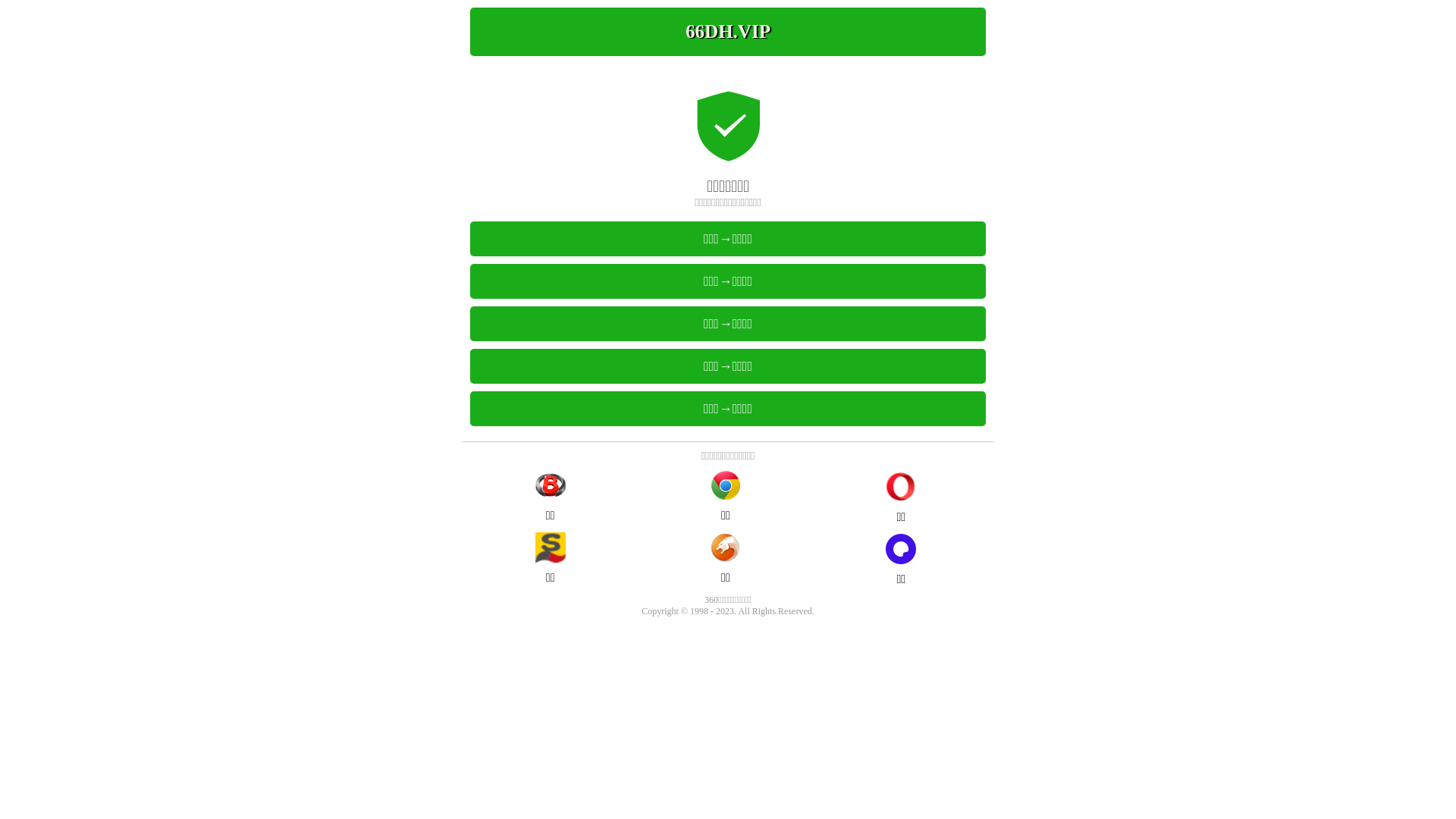 The image size is (1456, 819). Describe the element at coordinates (728, 32) in the screenshot. I see `'66DH.VIP'` at that location.